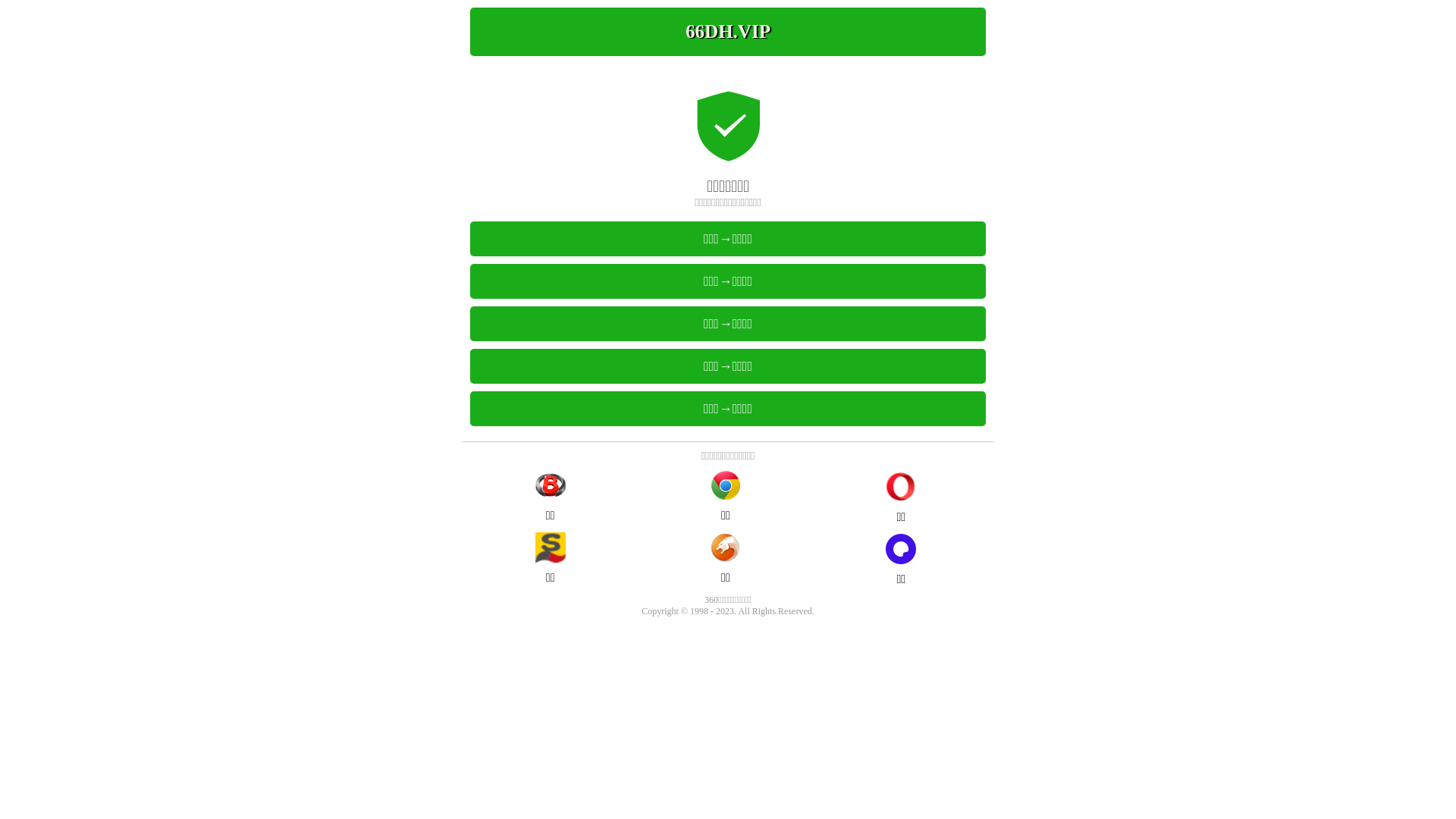 The image size is (1456, 819). Describe the element at coordinates (728, 32) in the screenshot. I see `'66DH.VIP'` at that location.